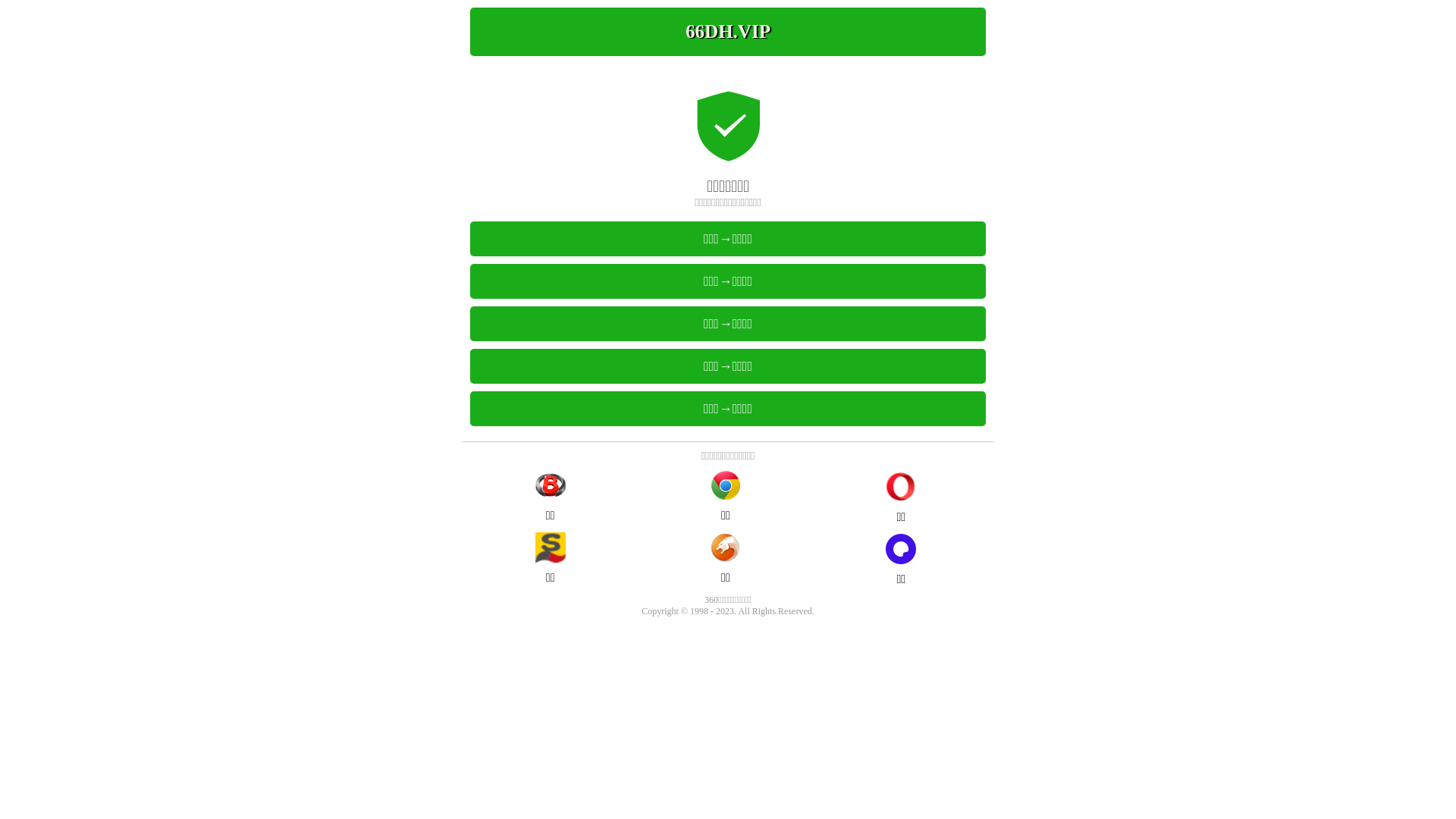 The image size is (1456, 819). Describe the element at coordinates (728, 32) in the screenshot. I see `'66DH.VIP'` at that location.